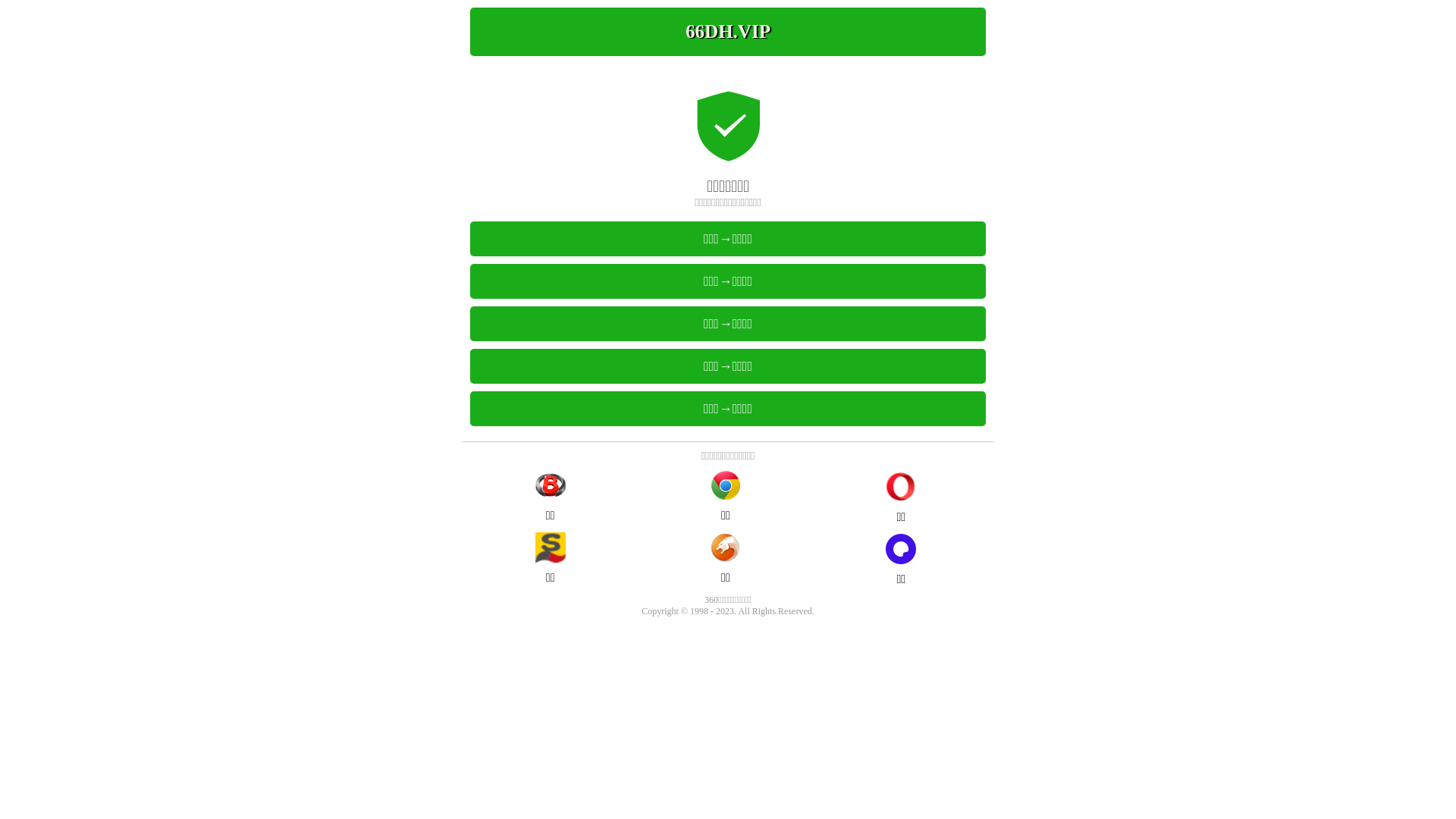 The image size is (1456, 819). Describe the element at coordinates (728, 32) in the screenshot. I see `'66DH.VIP'` at that location.